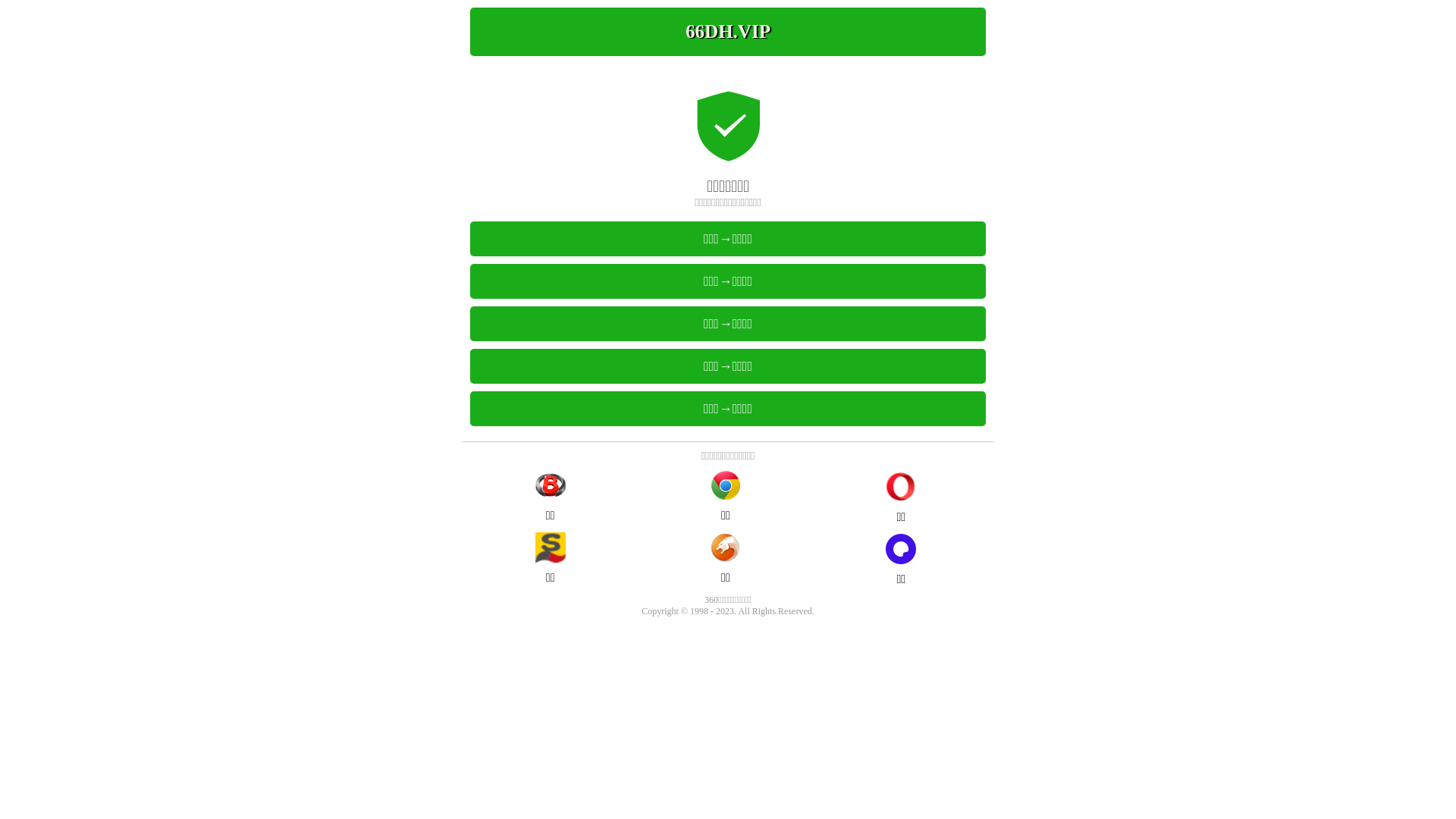 The image size is (1456, 819). Describe the element at coordinates (728, 32) in the screenshot. I see `'66DH.VIP'` at that location.